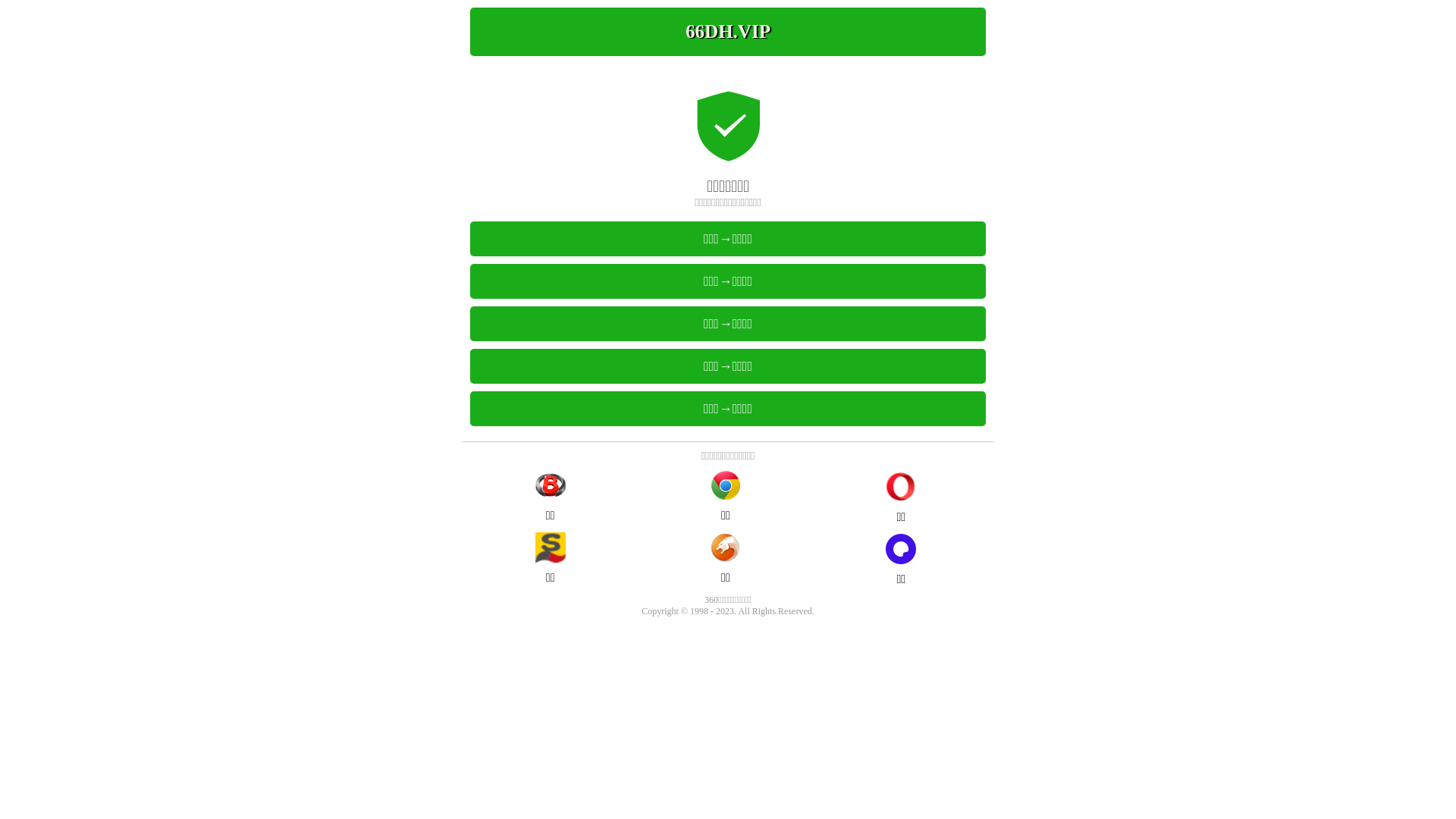 The image size is (1456, 819). Describe the element at coordinates (728, 32) in the screenshot. I see `'66DH.VIP'` at that location.